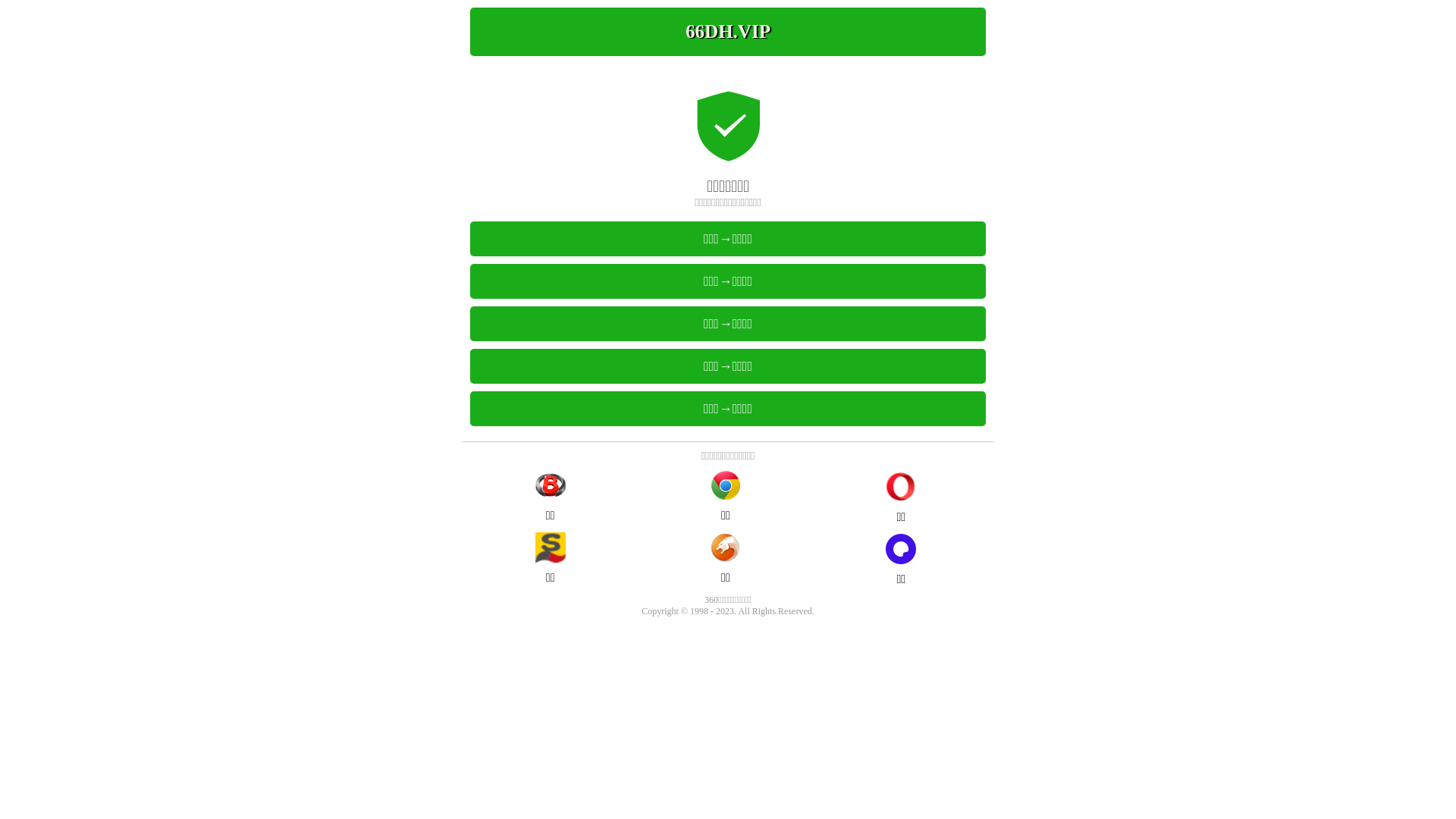 The image size is (1456, 819). Describe the element at coordinates (728, 32) in the screenshot. I see `'66DH.VIP'` at that location.